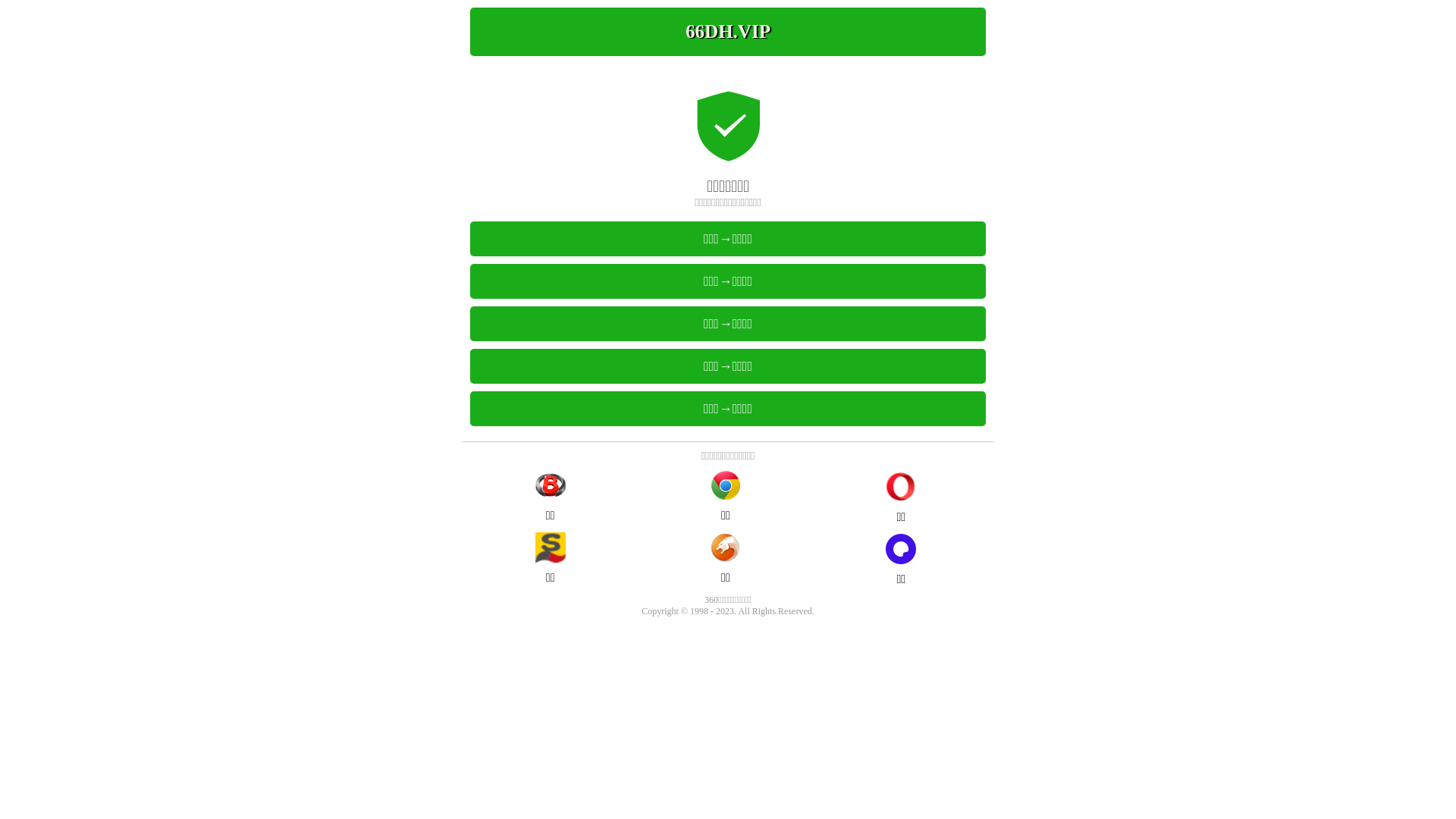 The image size is (1456, 819). Describe the element at coordinates (728, 32) in the screenshot. I see `'66DH.VIP'` at that location.